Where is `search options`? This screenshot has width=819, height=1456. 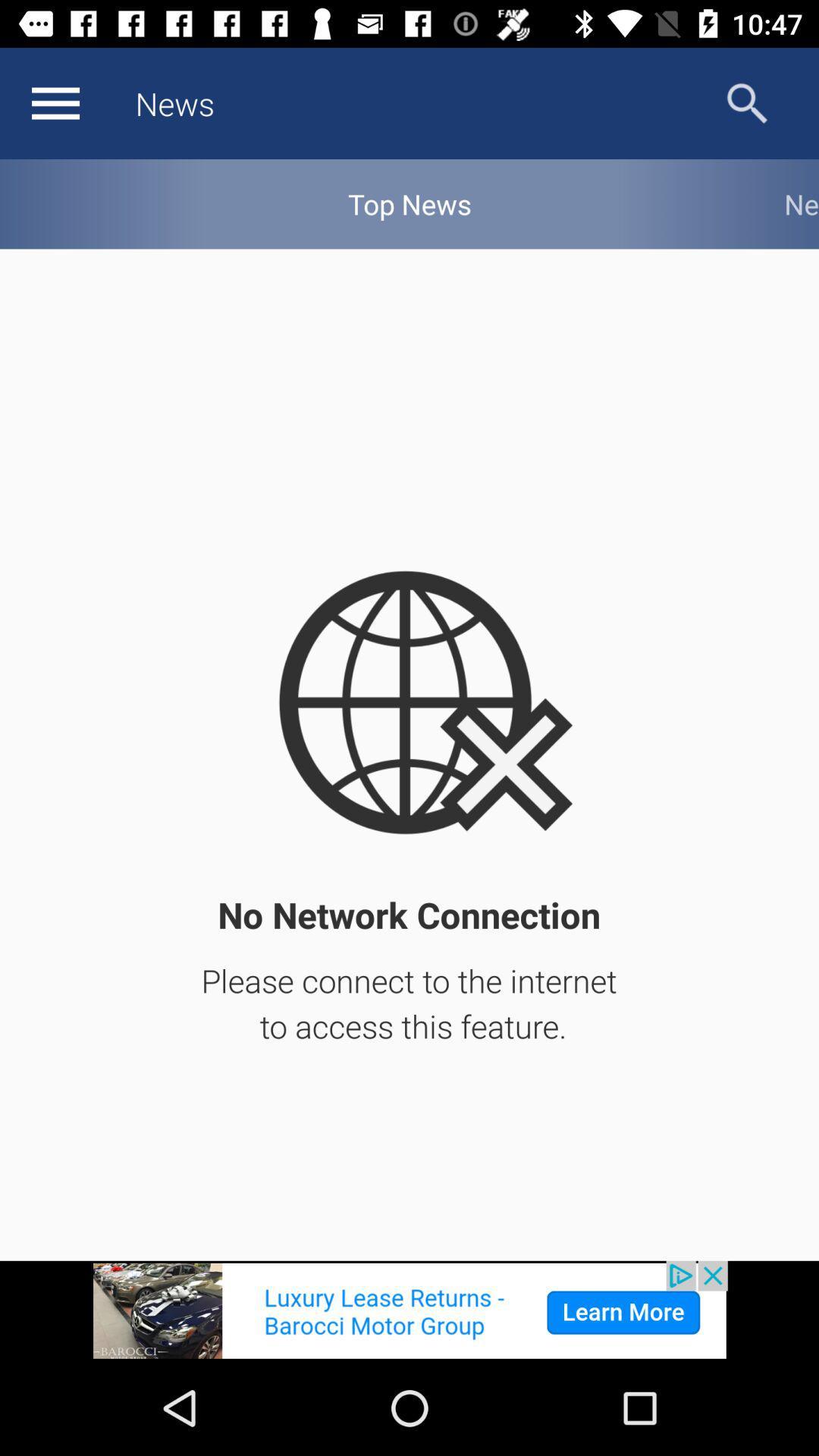 search options is located at coordinates (746, 102).